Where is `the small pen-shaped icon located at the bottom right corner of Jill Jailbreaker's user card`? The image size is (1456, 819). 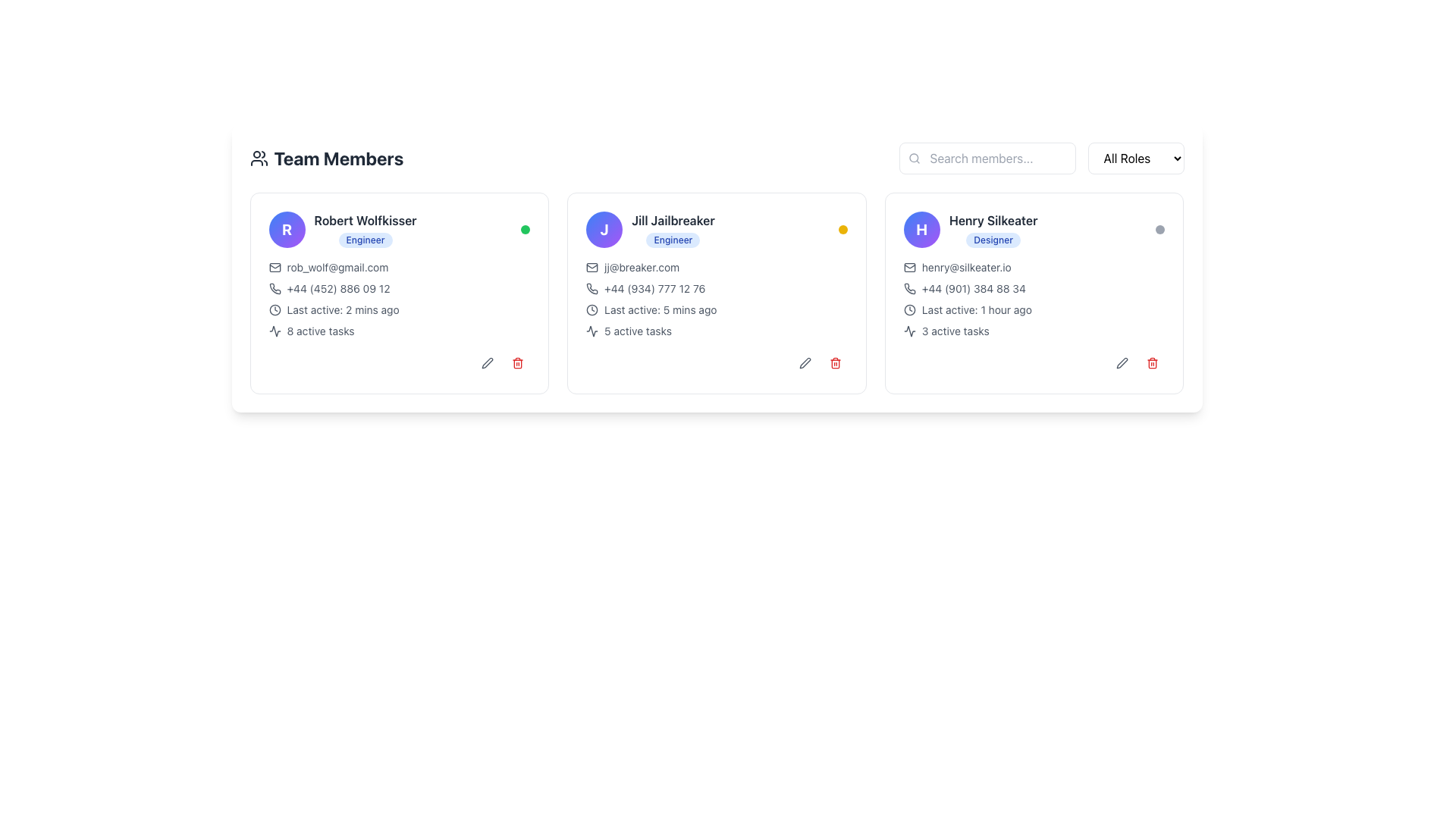
the small pen-shaped icon located at the bottom right corner of Jill Jailbreaker's user card is located at coordinates (804, 362).